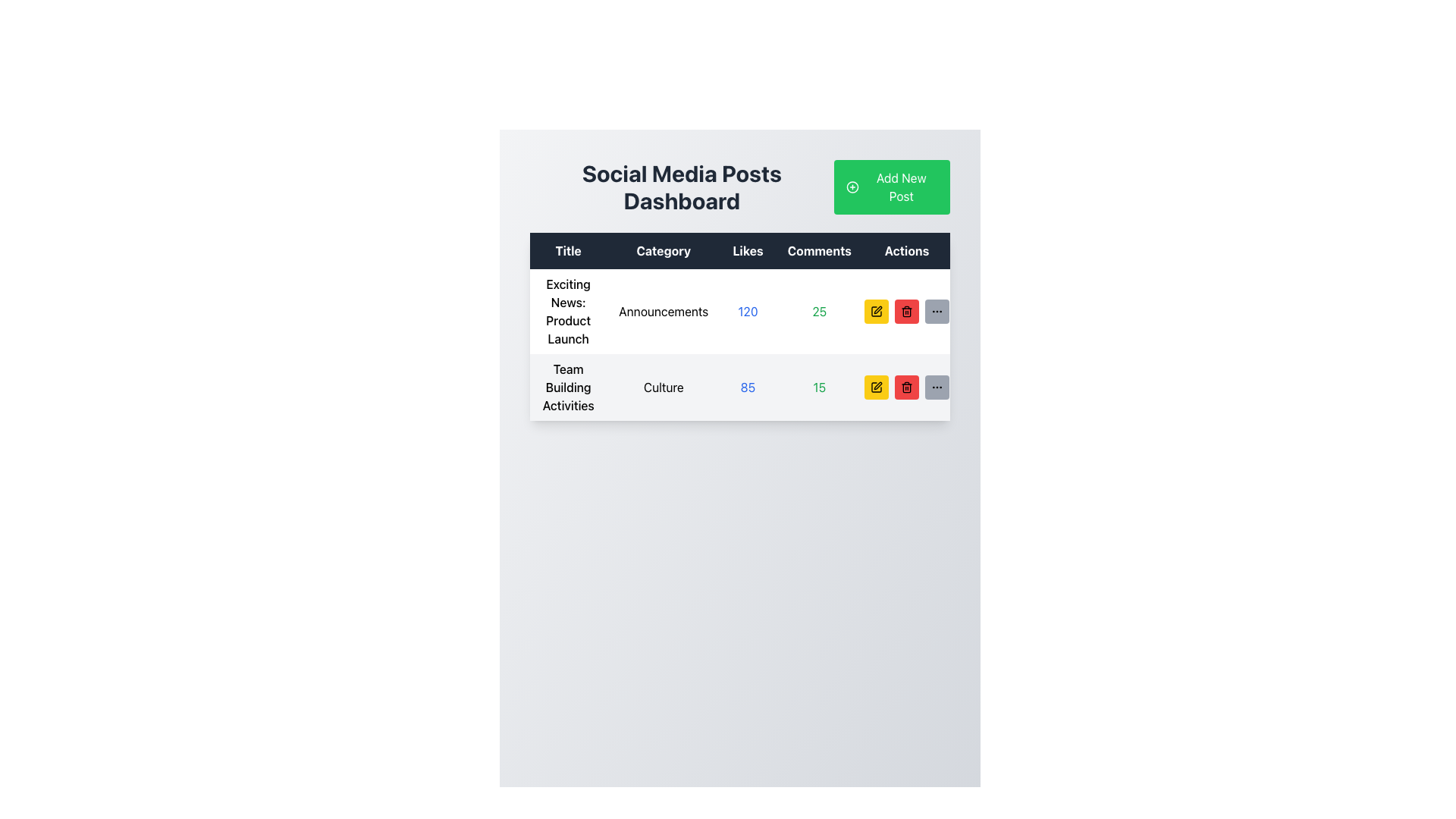 This screenshot has height=819, width=1456. What do you see at coordinates (892, 186) in the screenshot?
I see `the green rectangular button labeled 'Add New Post' with a circular '+' icon` at bounding box center [892, 186].